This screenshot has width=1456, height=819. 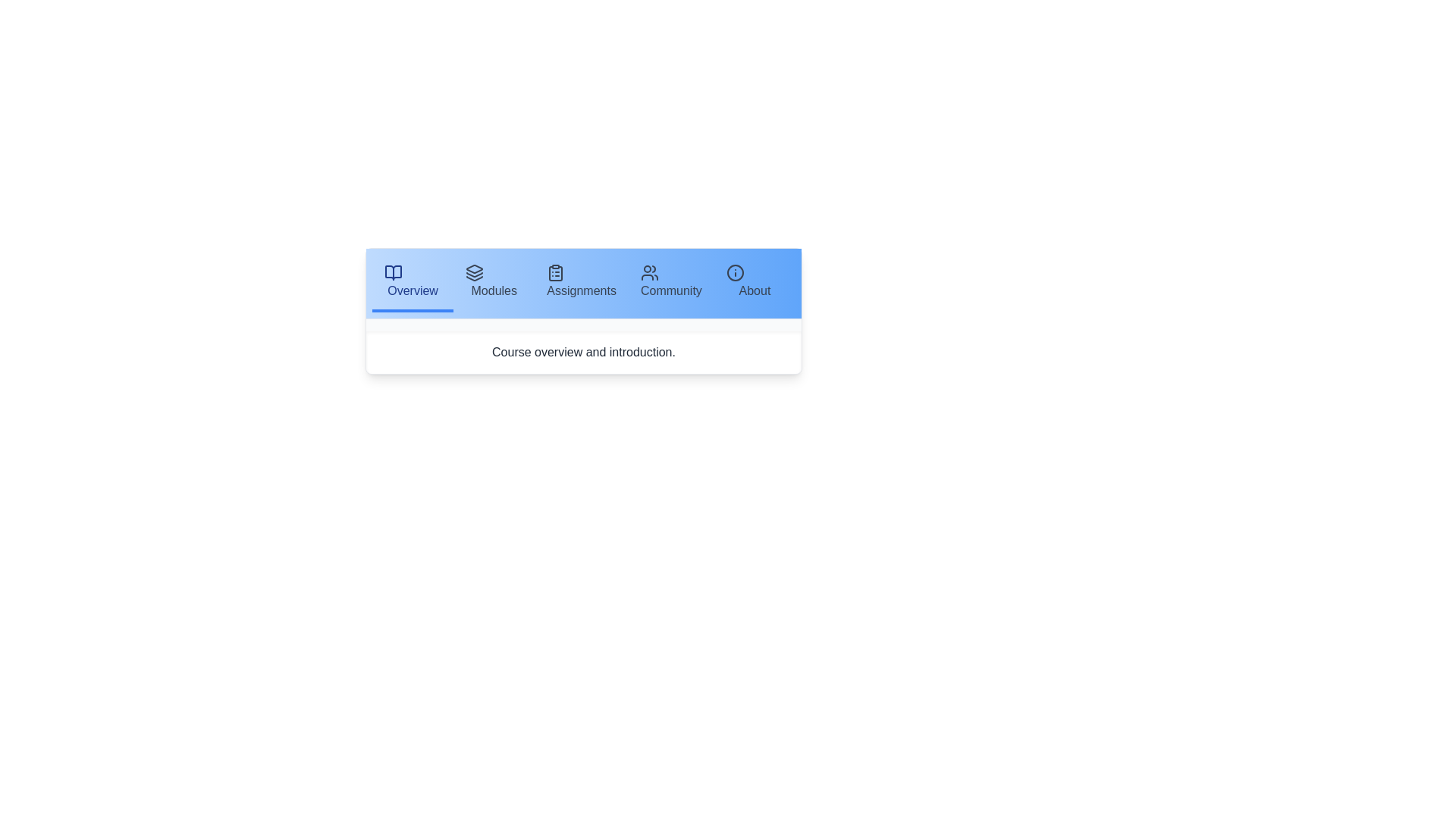 What do you see at coordinates (413, 284) in the screenshot?
I see `the 'Overview' tab` at bounding box center [413, 284].